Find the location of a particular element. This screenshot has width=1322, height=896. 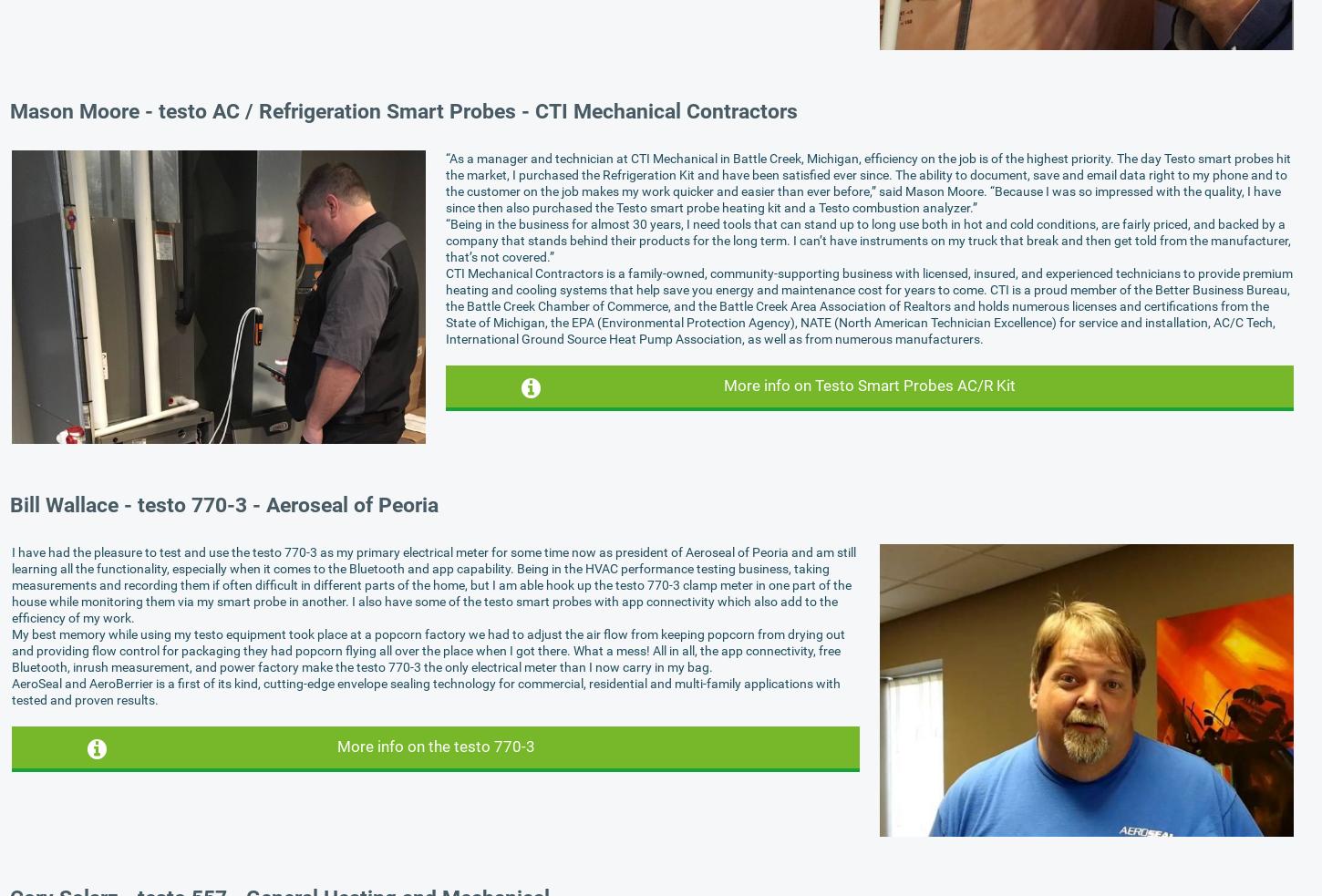

'My best memory while using my testo equipment took place at a popcorn factory we had to adjust the air flow from keeping popcorn from drying out and providing flow control for packaging they had popcorn flying all over the place when I got there. What a mess! All in all, the app connectivity, free Bluetooth, inrush measurement, and power factory make the testo 770-3 the only electrical meter than I now carry in my bag.' is located at coordinates (427, 649).